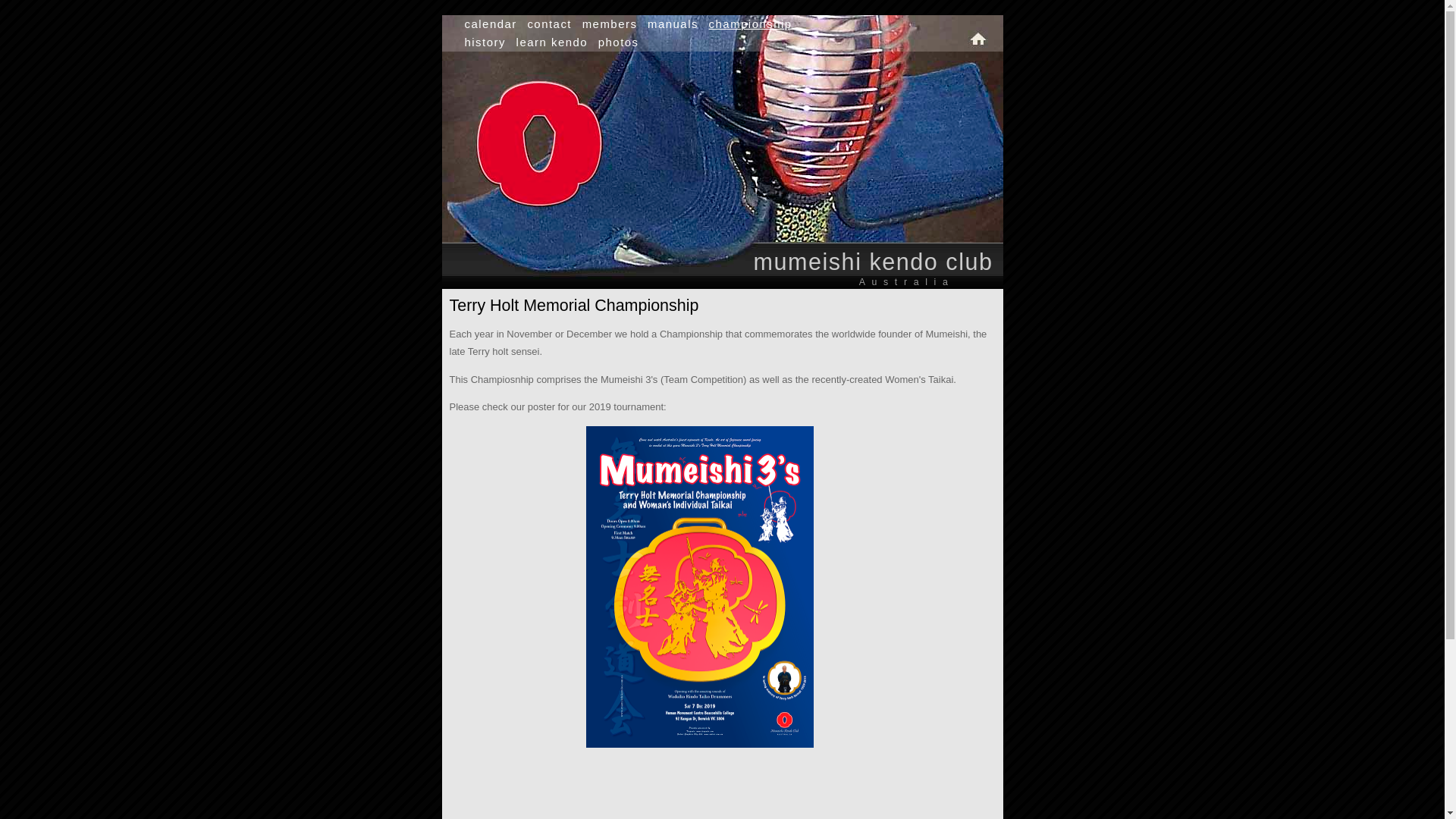 The width and height of the screenshot is (1456, 819). Describe the element at coordinates (463, 41) in the screenshot. I see `'history'` at that location.